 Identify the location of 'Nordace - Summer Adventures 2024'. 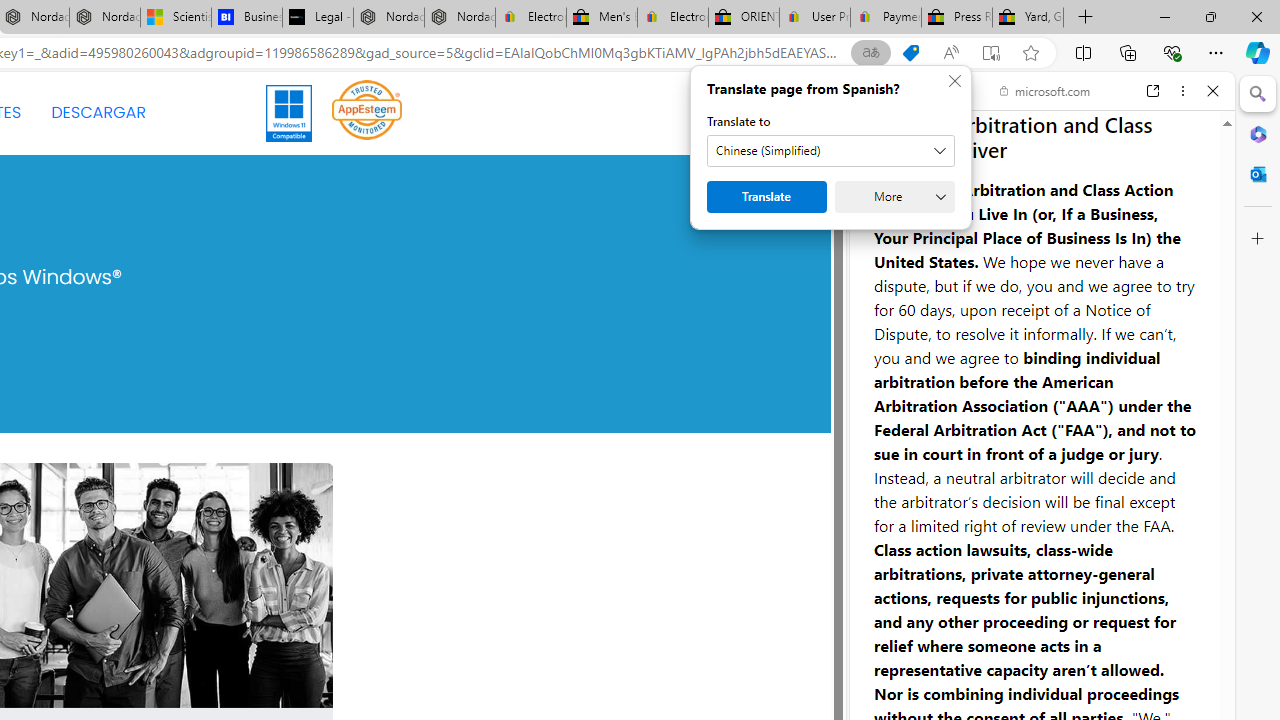
(389, 17).